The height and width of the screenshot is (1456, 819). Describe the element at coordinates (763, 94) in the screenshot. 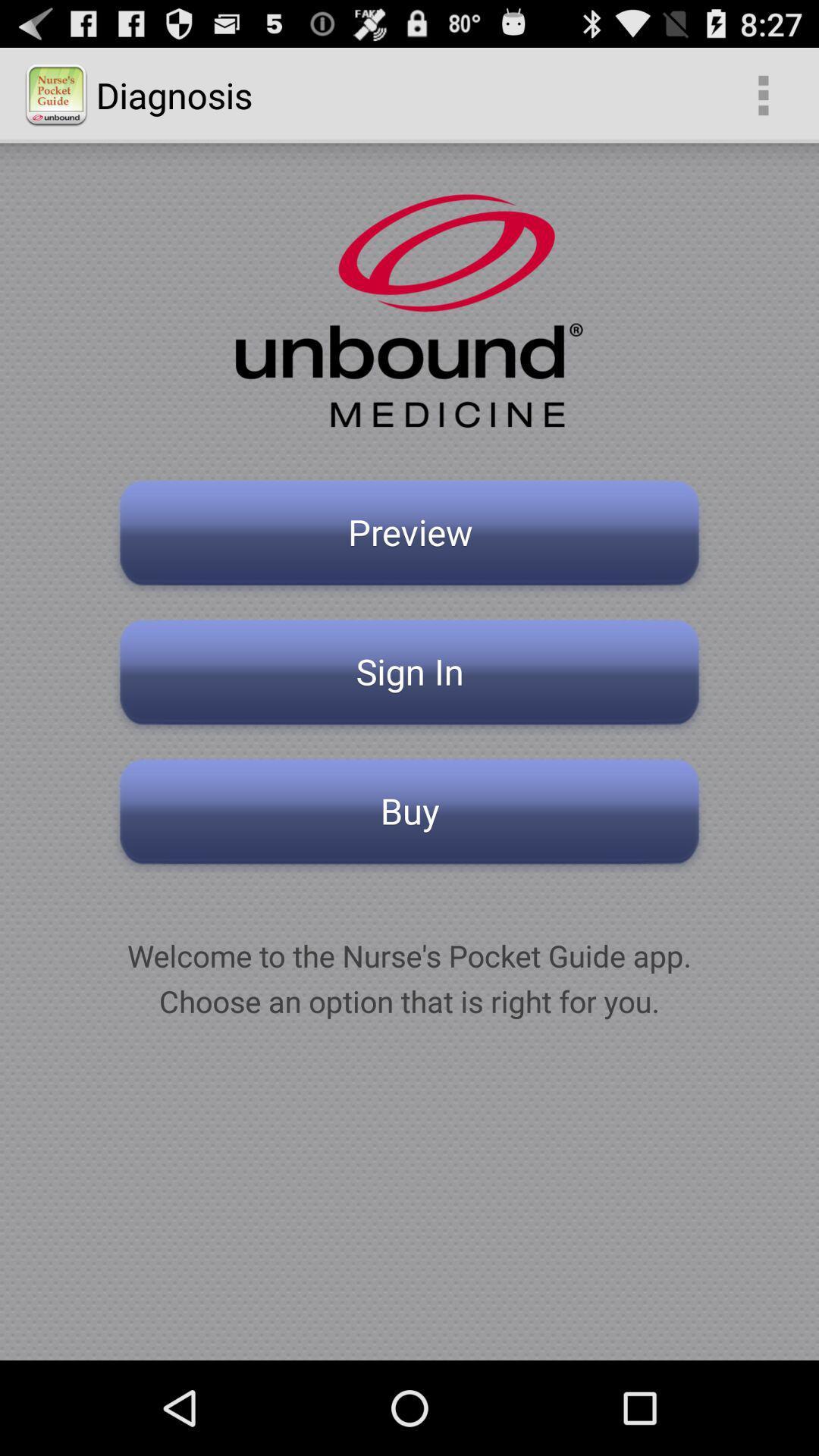

I see `item next to diagnosis item` at that location.